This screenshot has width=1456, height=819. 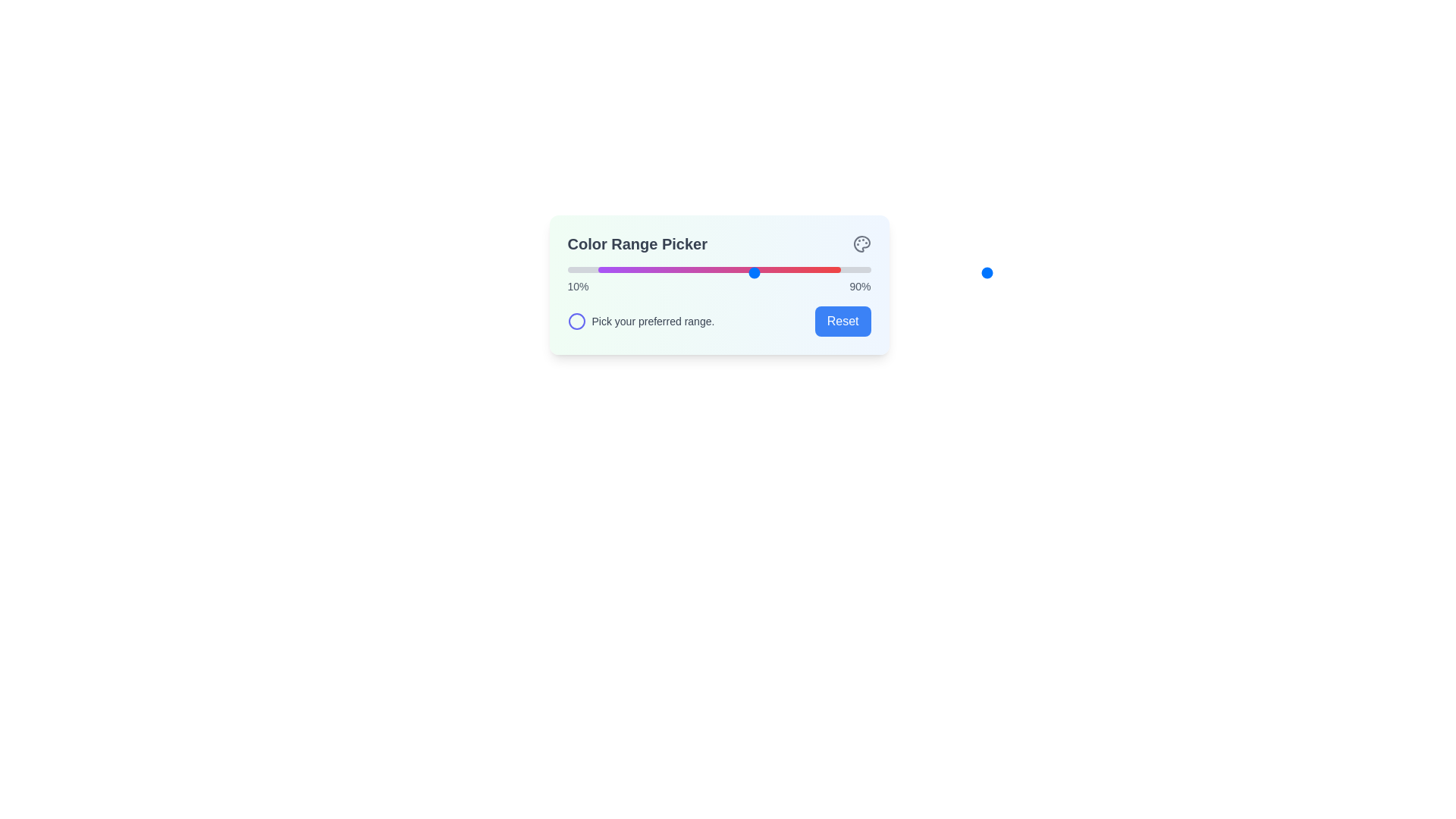 I want to click on the decorative icon located in the bottom-left corner of the 'Color Range Picker' interface, which indicates a selection or focus point for the text 'Pick your preferred range.', so click(x=576, y=321).